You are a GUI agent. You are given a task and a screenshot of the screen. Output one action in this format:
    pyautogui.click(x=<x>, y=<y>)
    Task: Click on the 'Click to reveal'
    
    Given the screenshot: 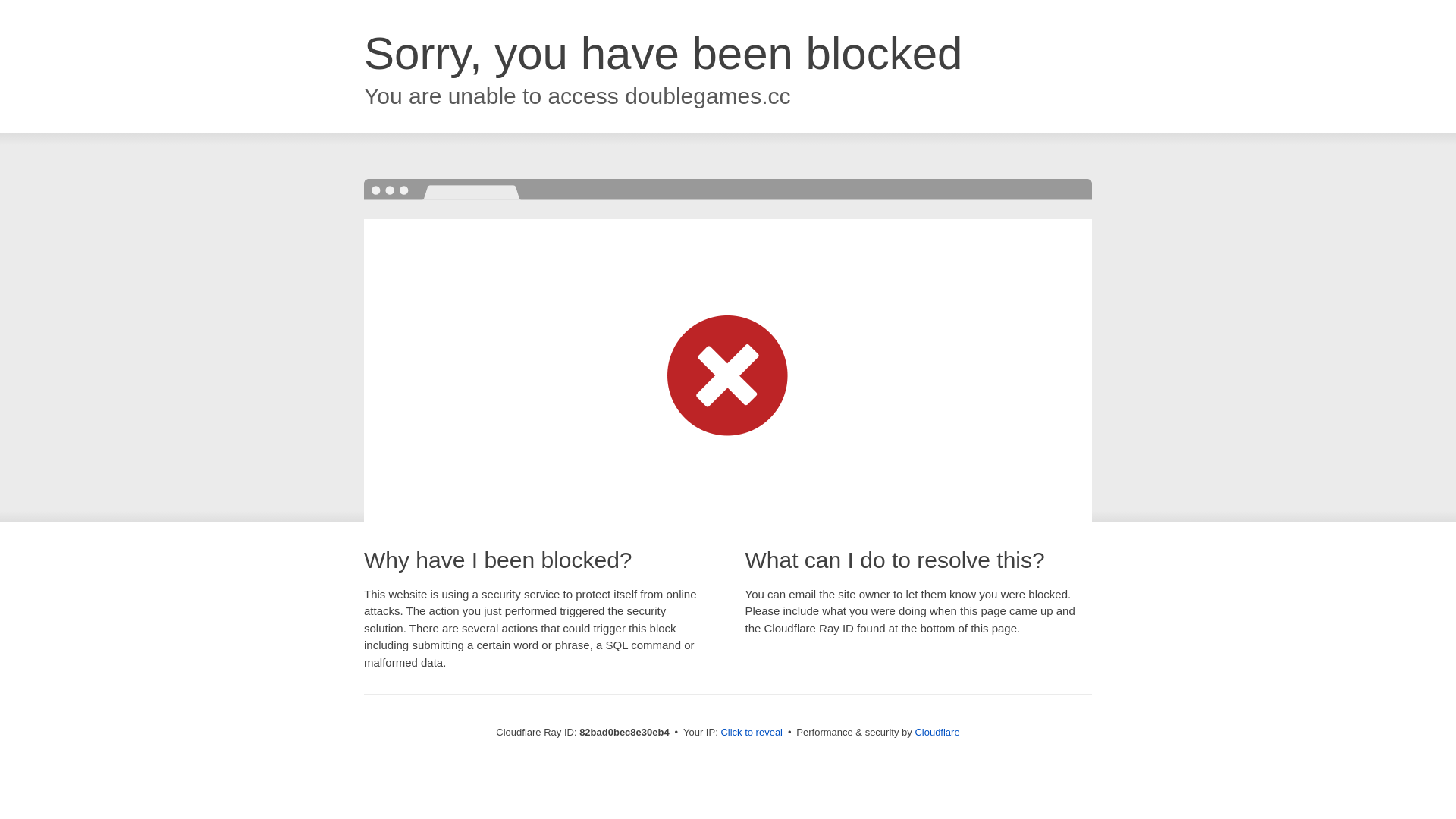 What is the action you would take?
    pyautogui.click(x=751, y=731)
    